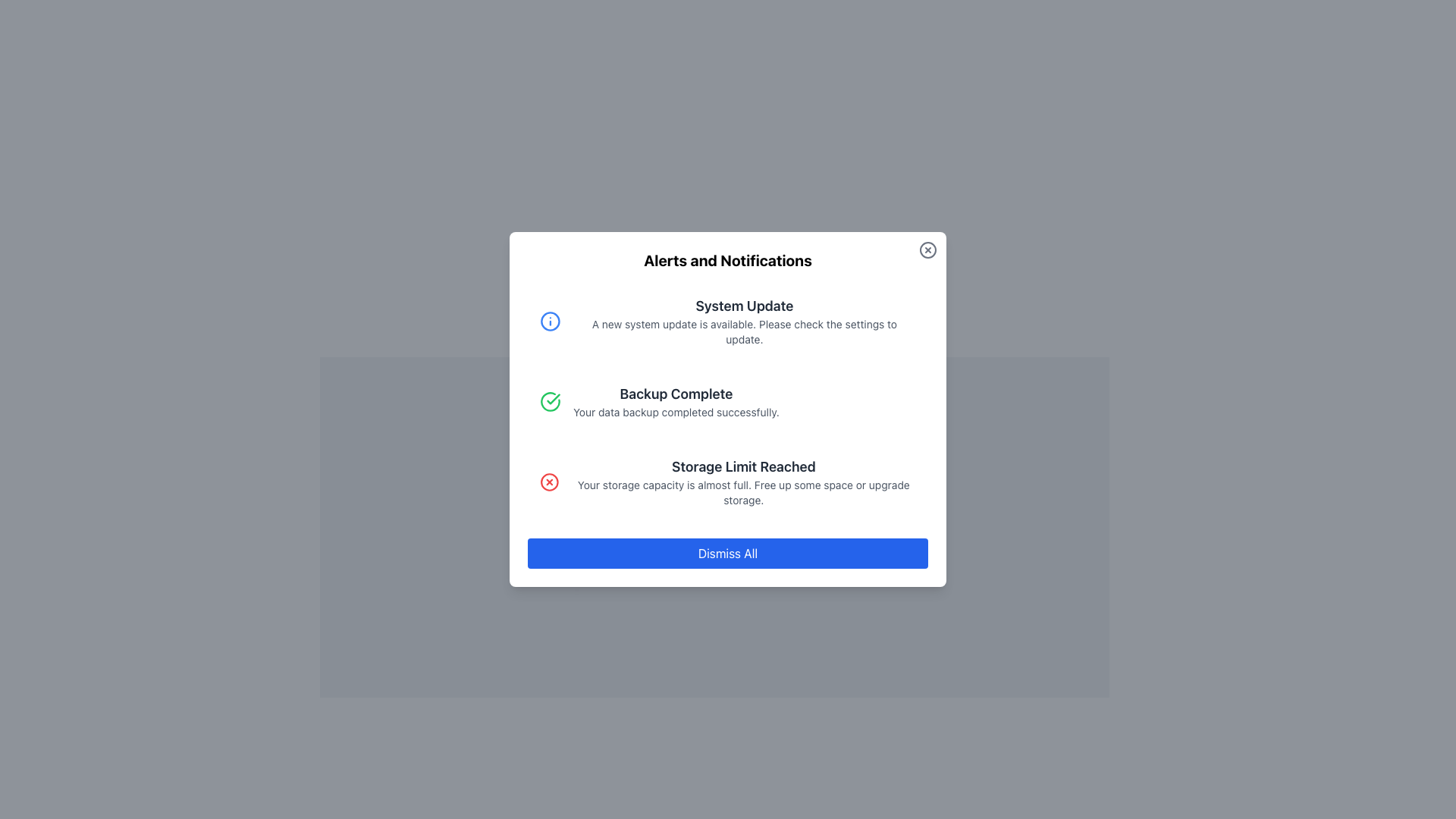  What do you see at coordinates (549, 321) in the screenshot?
I see `the circular blue icon with an 'i' symbol, which represents an information marker, located to the left of the 'System Update' alert box` at bounding box center [549, 321].